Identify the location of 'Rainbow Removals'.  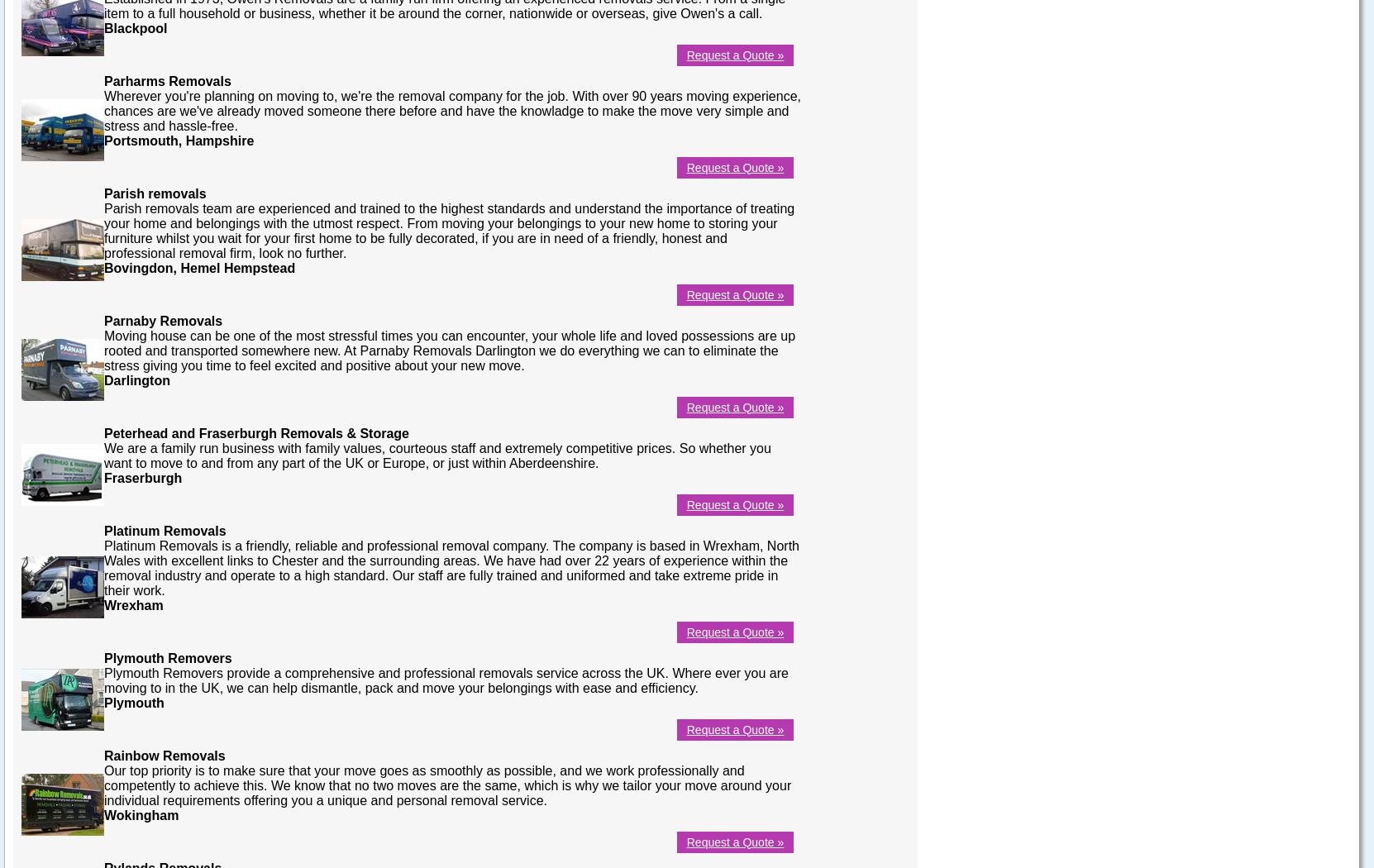
(163, 755).